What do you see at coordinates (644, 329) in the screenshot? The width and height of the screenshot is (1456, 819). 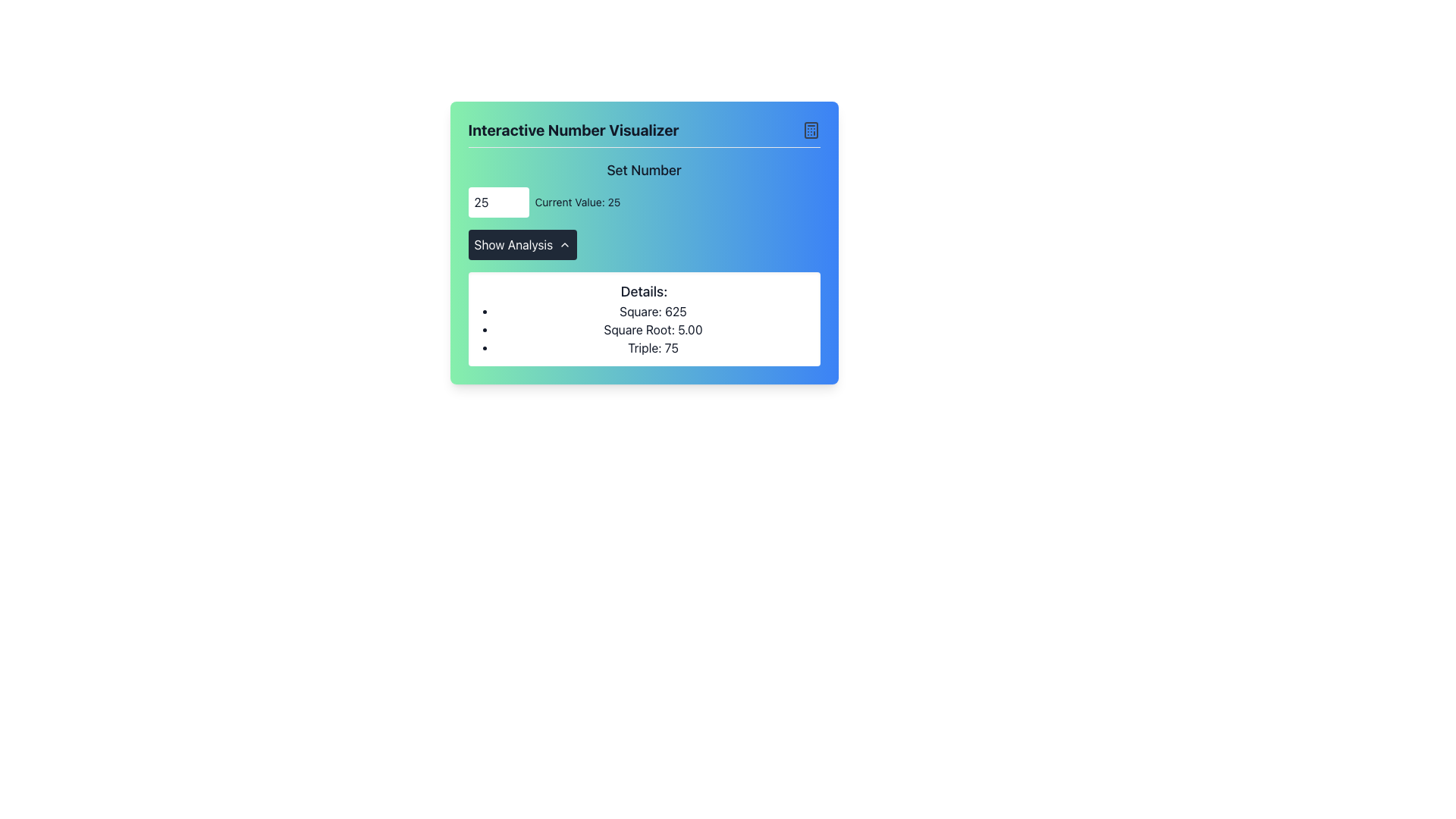 I see `the bulleted list containing the items 'Square: 625', 'Square Root: 5.00', and 'Triple: 75', which is positioned below the 'Details:' section` at bounding box center [644, 329].